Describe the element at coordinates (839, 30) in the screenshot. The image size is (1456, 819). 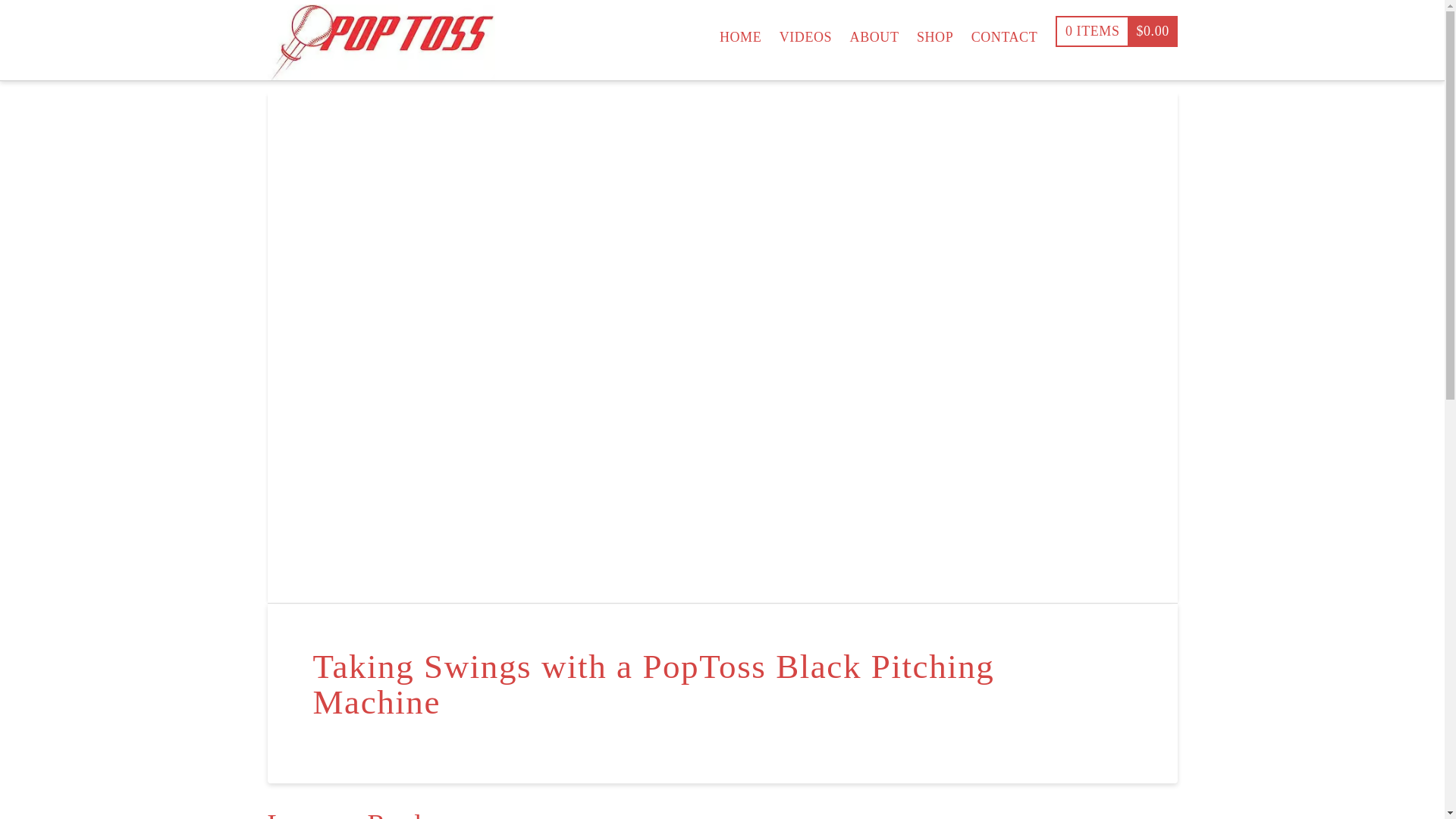
I see `'ABOUT'` at that location.